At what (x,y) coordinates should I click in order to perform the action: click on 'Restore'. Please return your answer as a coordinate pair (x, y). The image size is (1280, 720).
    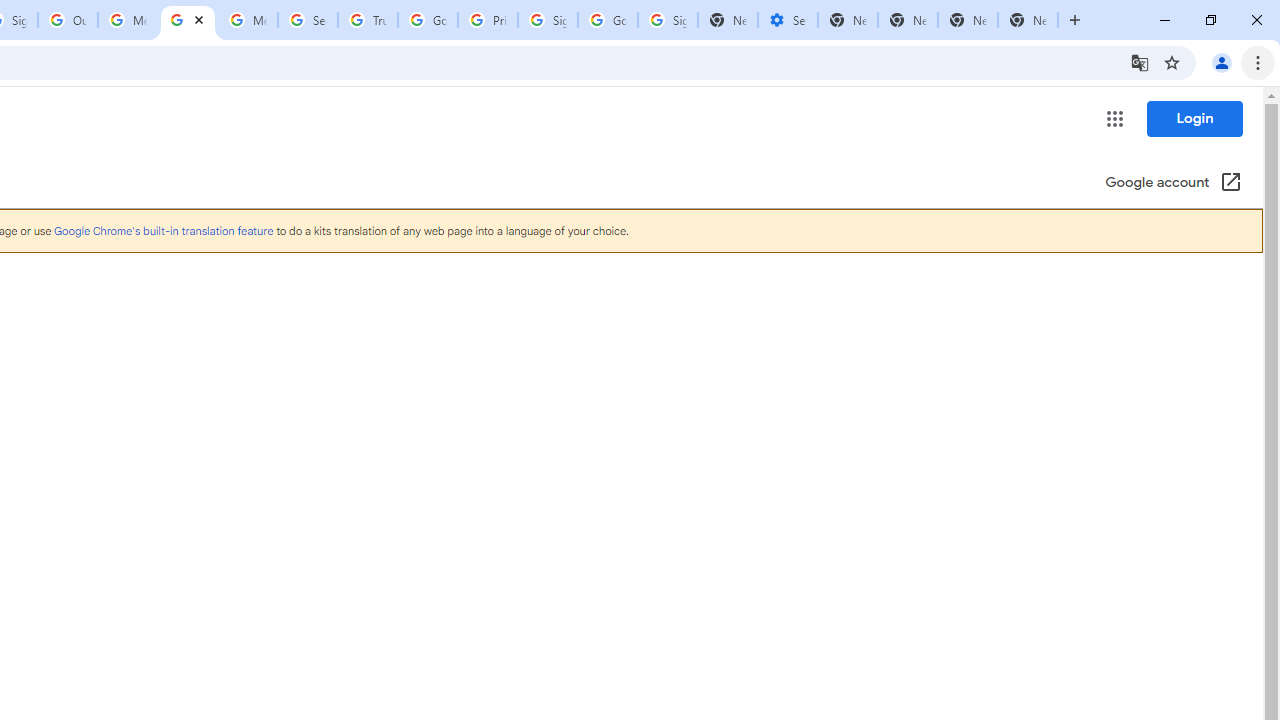
    Looking at the image, I should click on (1209, 20).